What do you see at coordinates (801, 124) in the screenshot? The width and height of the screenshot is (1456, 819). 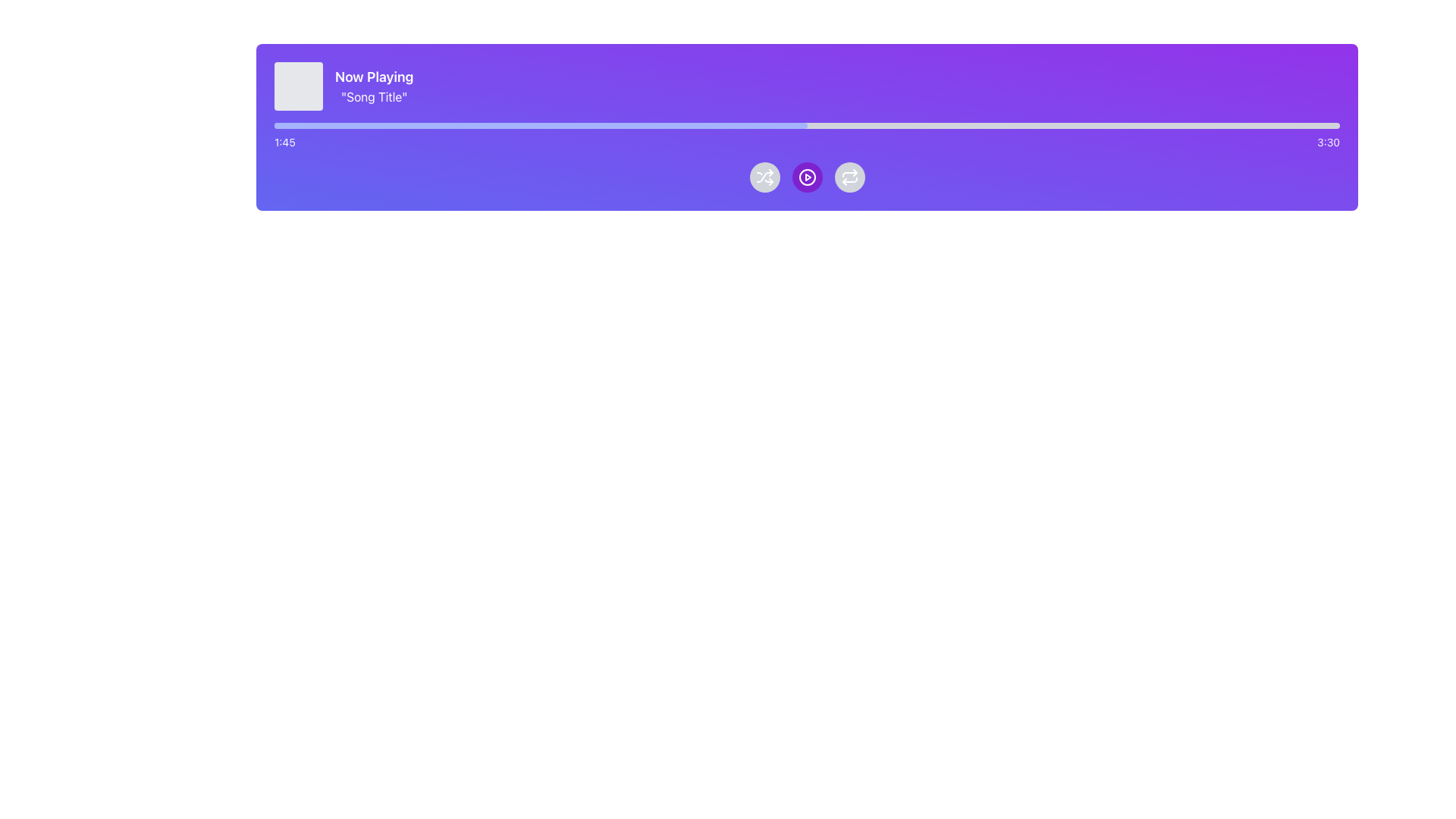 I see `the slider` at bounding box center [801, 124].